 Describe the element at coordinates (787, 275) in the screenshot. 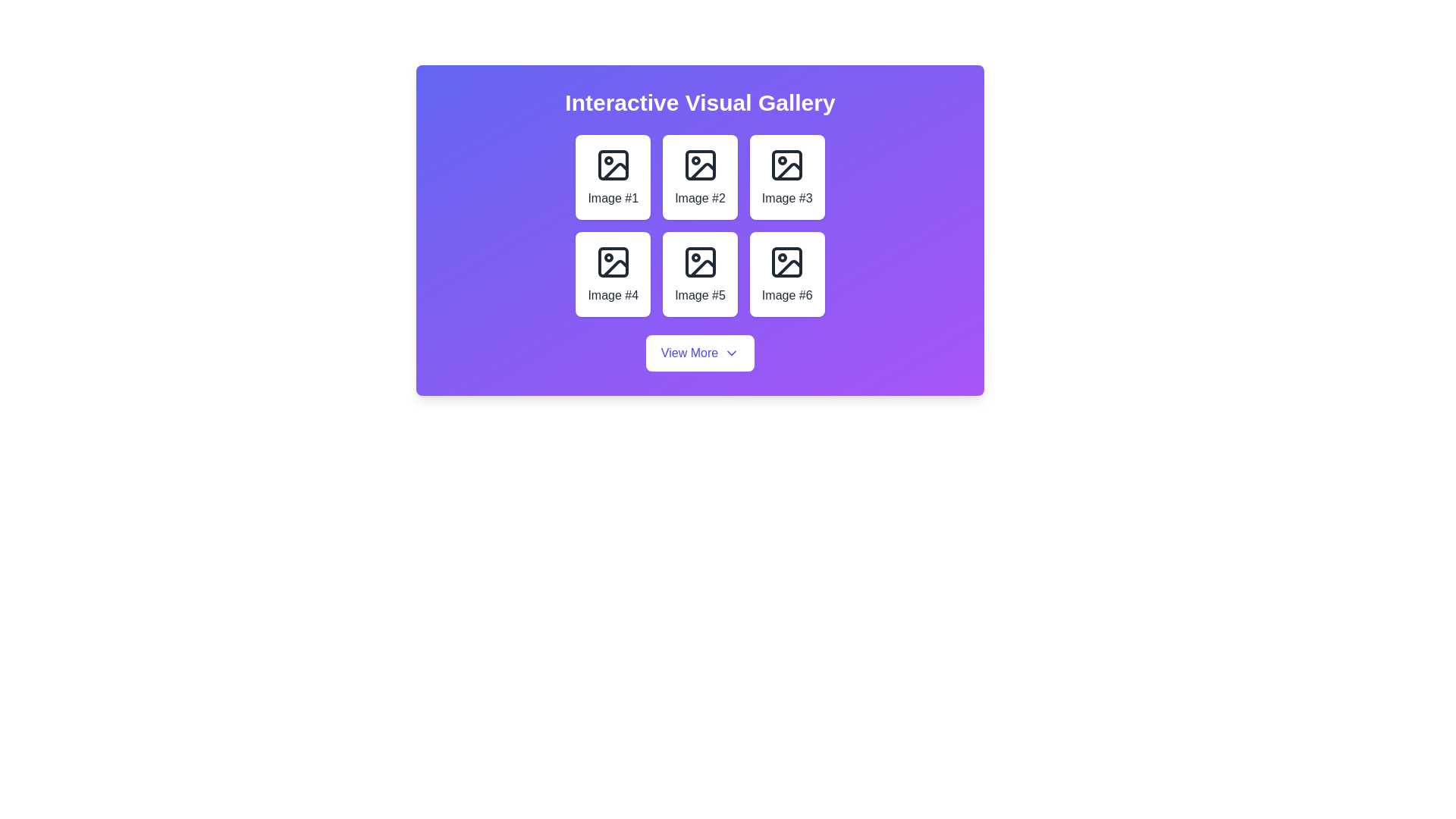

I see `the Card element in the grid layout that displays an image icon and the caption 'Image #6'` at that location.